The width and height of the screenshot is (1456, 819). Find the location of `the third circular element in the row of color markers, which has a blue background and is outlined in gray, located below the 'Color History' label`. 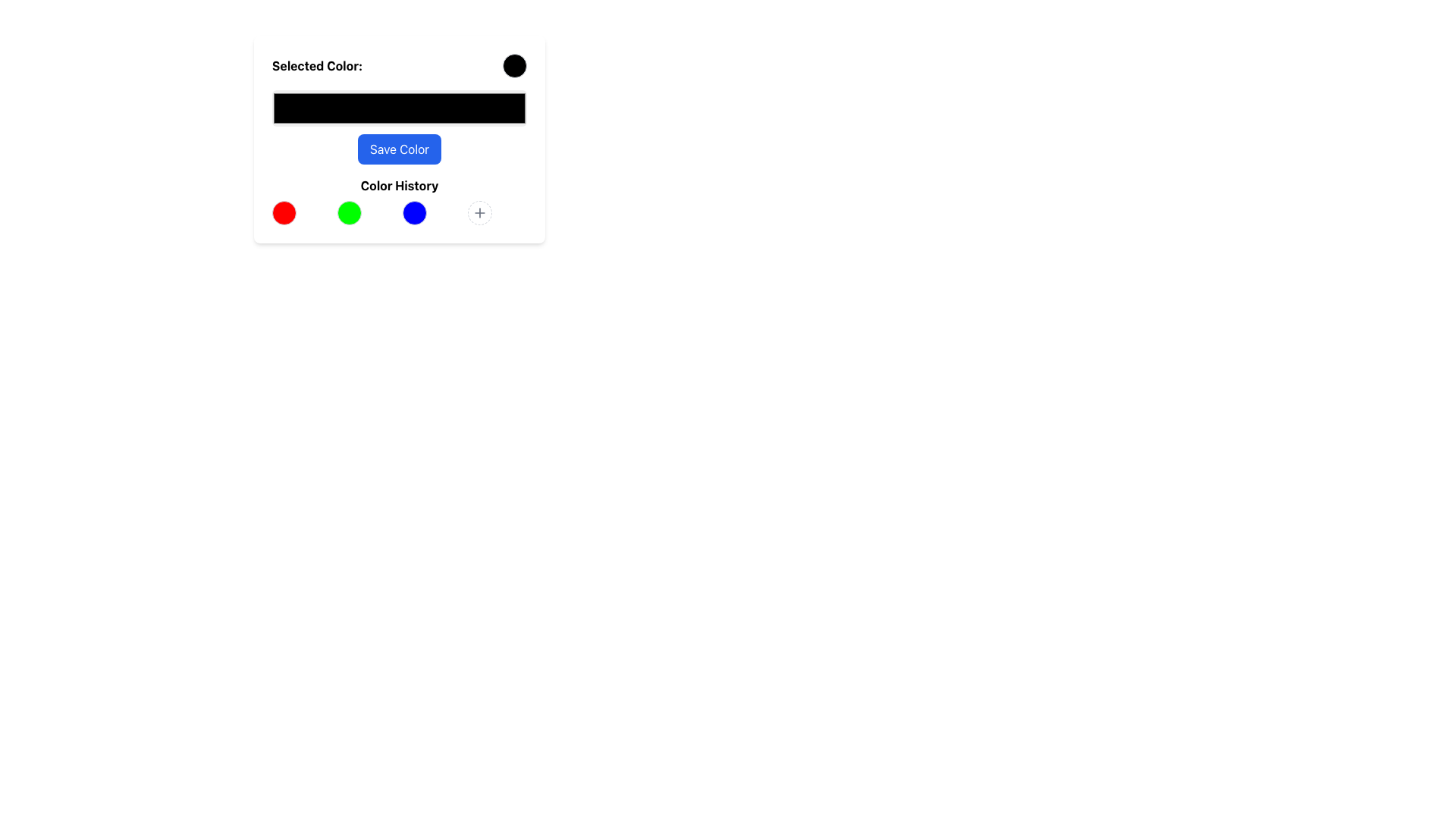

the third circular element in the row of color markers, which has a blue background and is outlined in gray, located below the 'Color History' label is located at coordinates (415, 213).